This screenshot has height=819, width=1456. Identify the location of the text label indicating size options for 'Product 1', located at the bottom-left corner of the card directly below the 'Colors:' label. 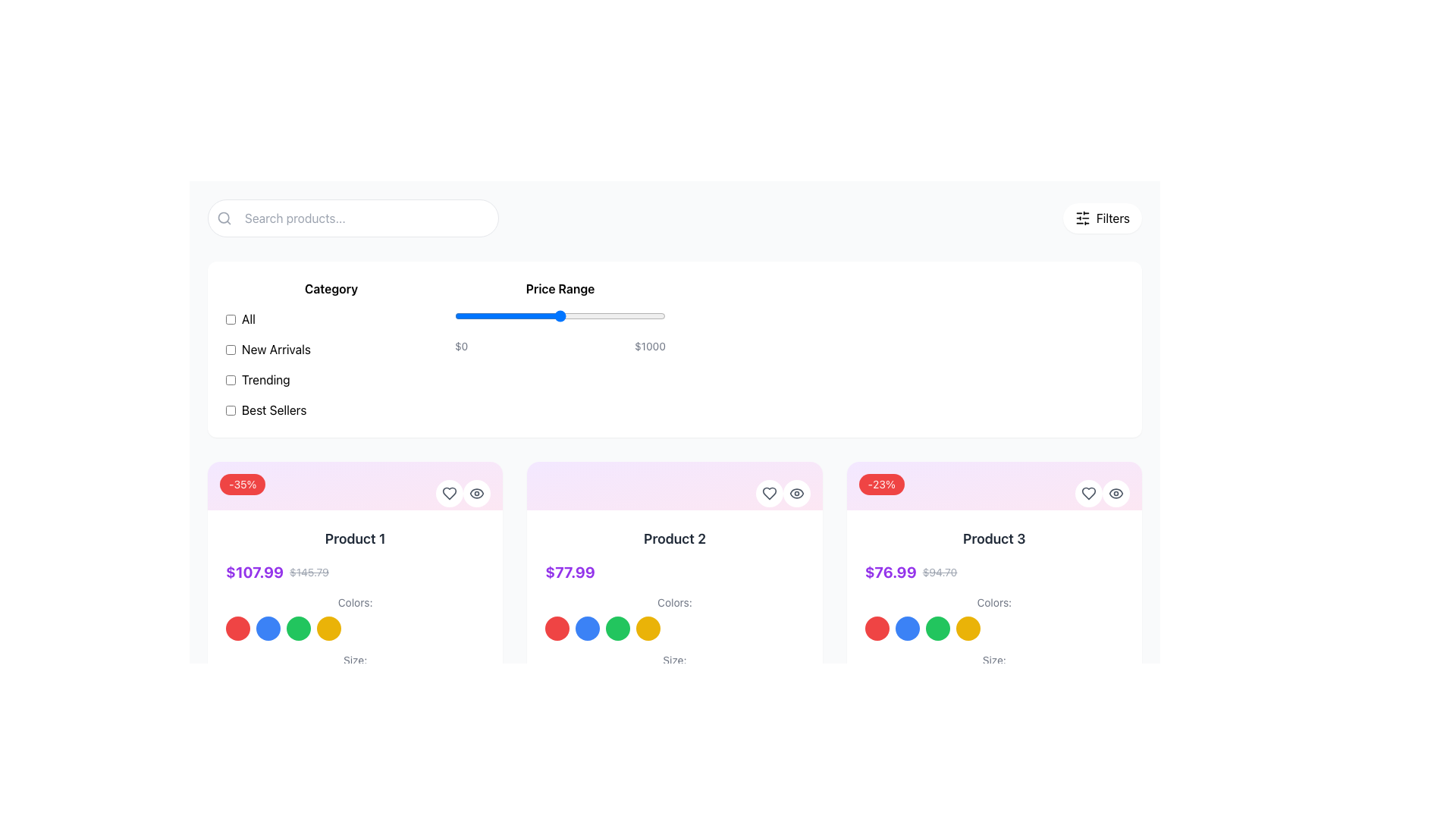
(354, 660).